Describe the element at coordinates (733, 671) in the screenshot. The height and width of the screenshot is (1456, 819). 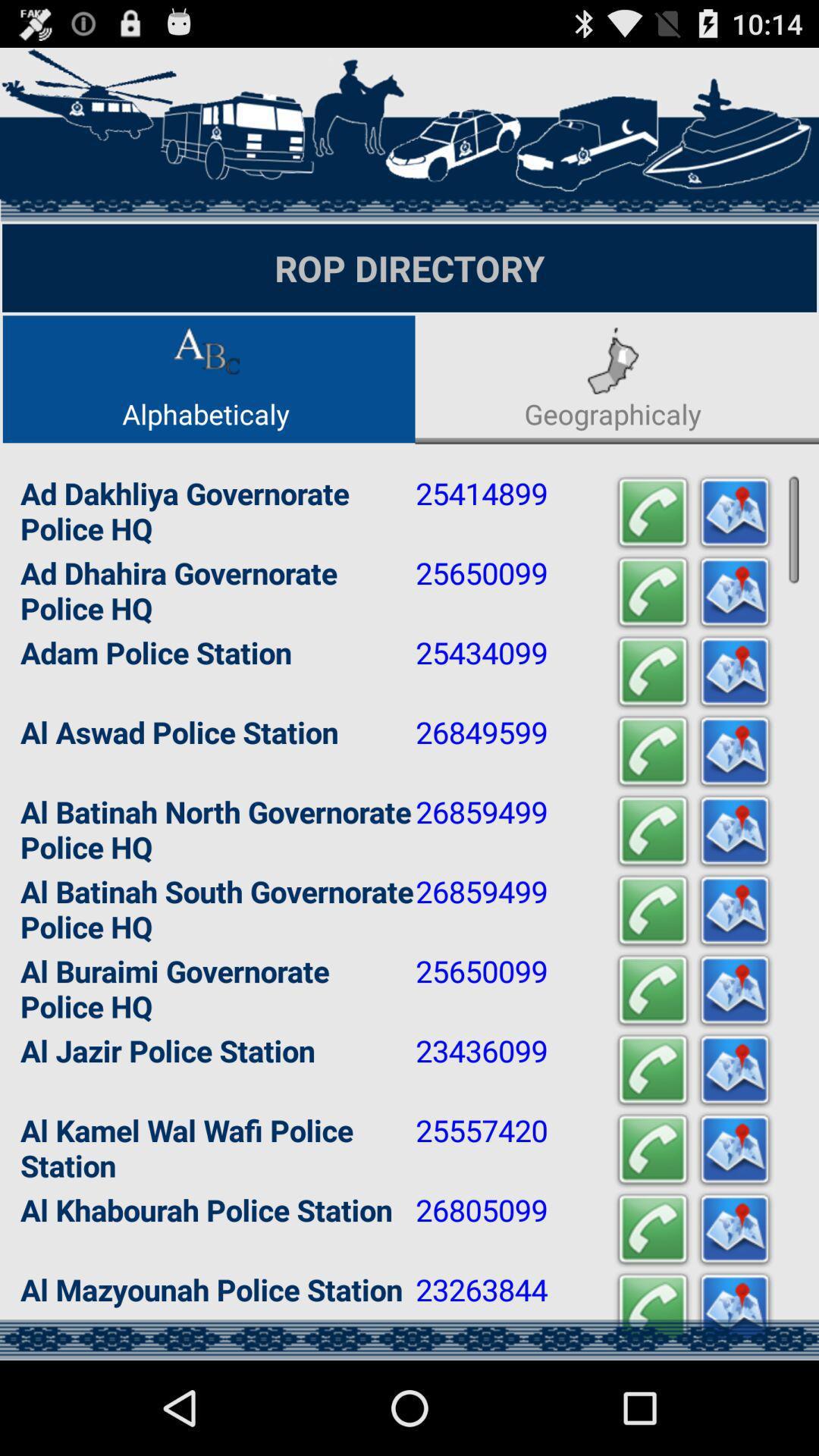
I see `show location on map` at that location.